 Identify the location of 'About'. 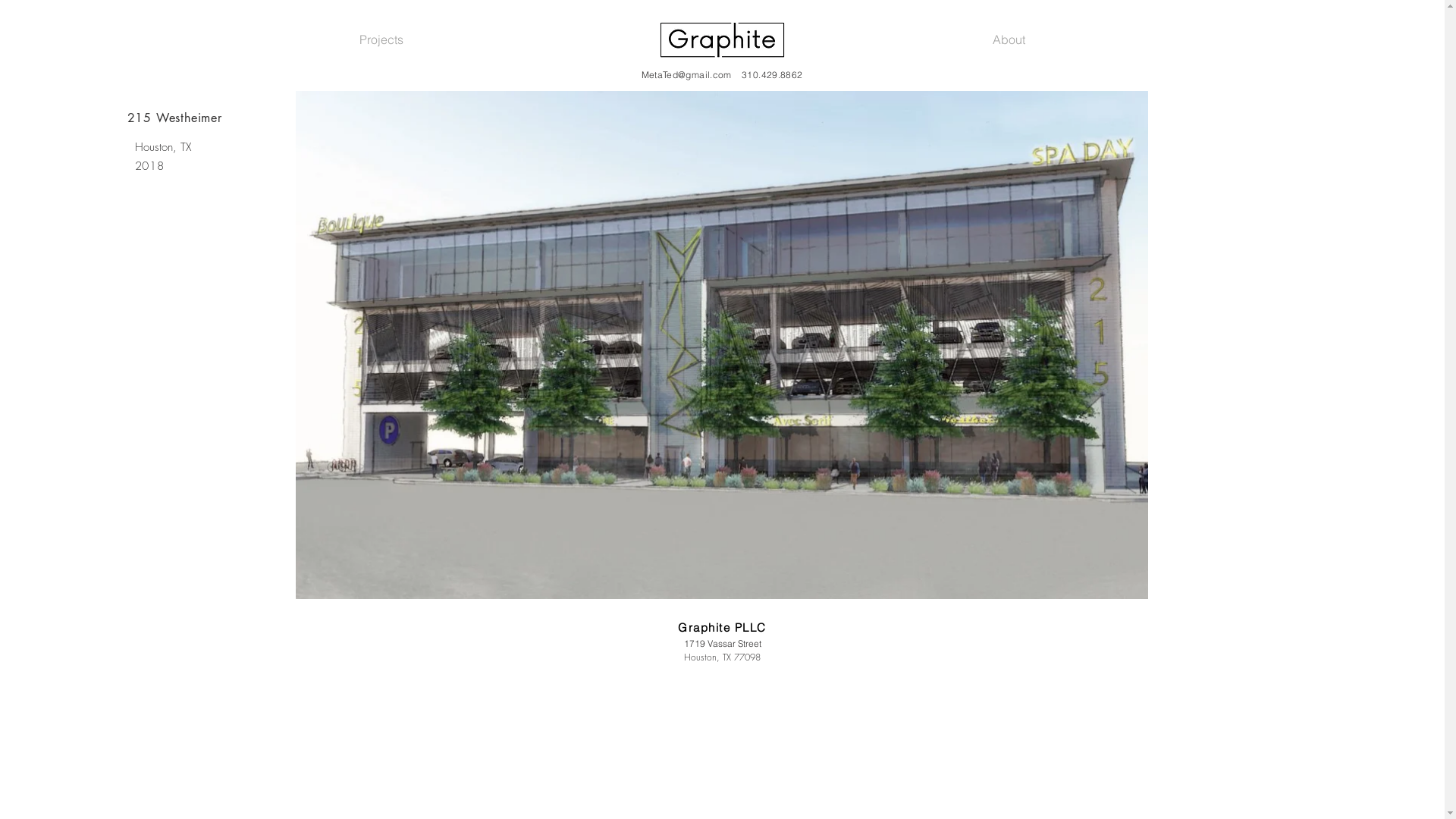
(1008, 39).